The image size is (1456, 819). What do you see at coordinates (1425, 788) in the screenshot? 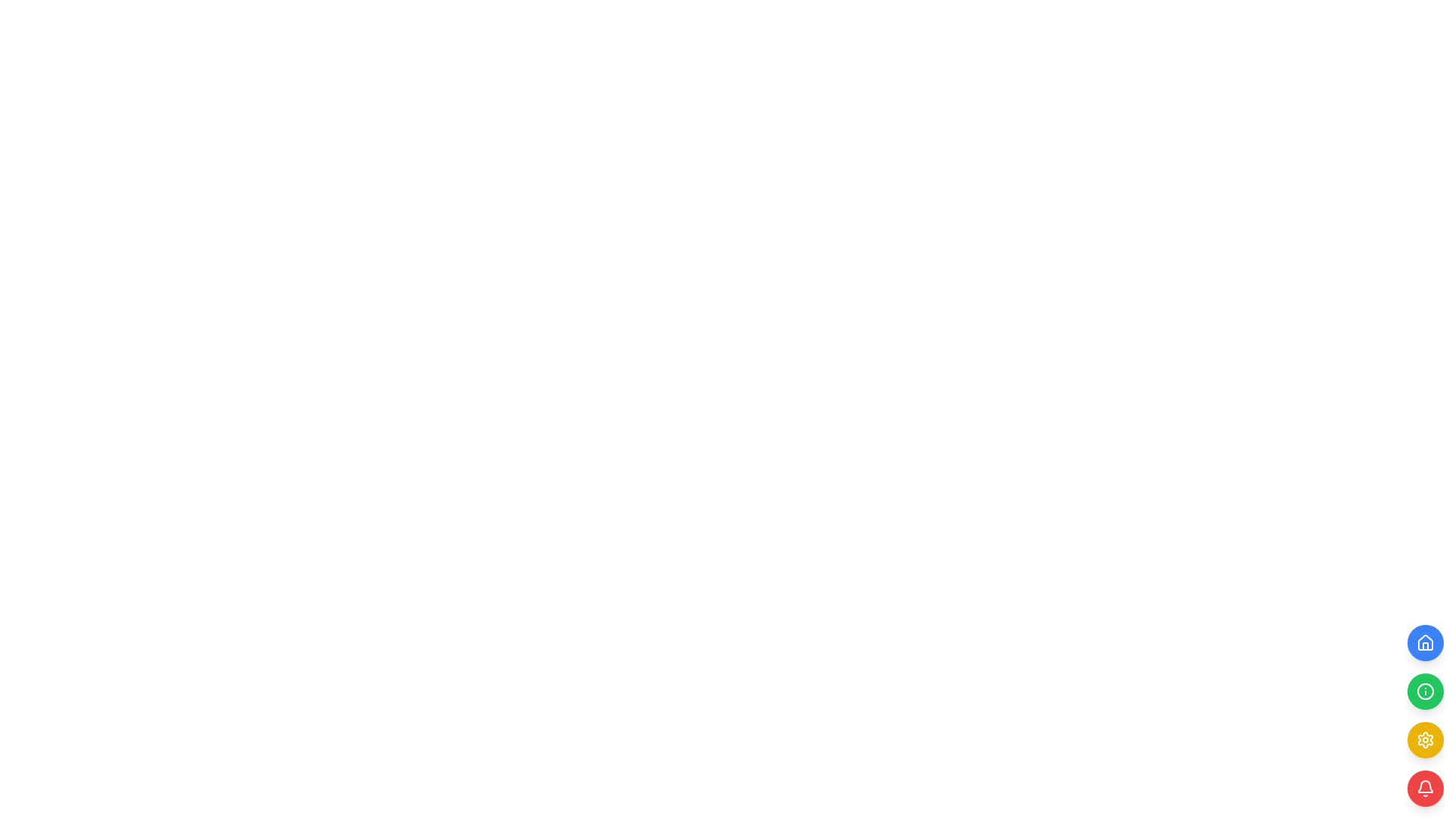
I see `the circular red button with a white bell icon located in the bottom-right corner of the interface` at bounding box center [1425, 788].